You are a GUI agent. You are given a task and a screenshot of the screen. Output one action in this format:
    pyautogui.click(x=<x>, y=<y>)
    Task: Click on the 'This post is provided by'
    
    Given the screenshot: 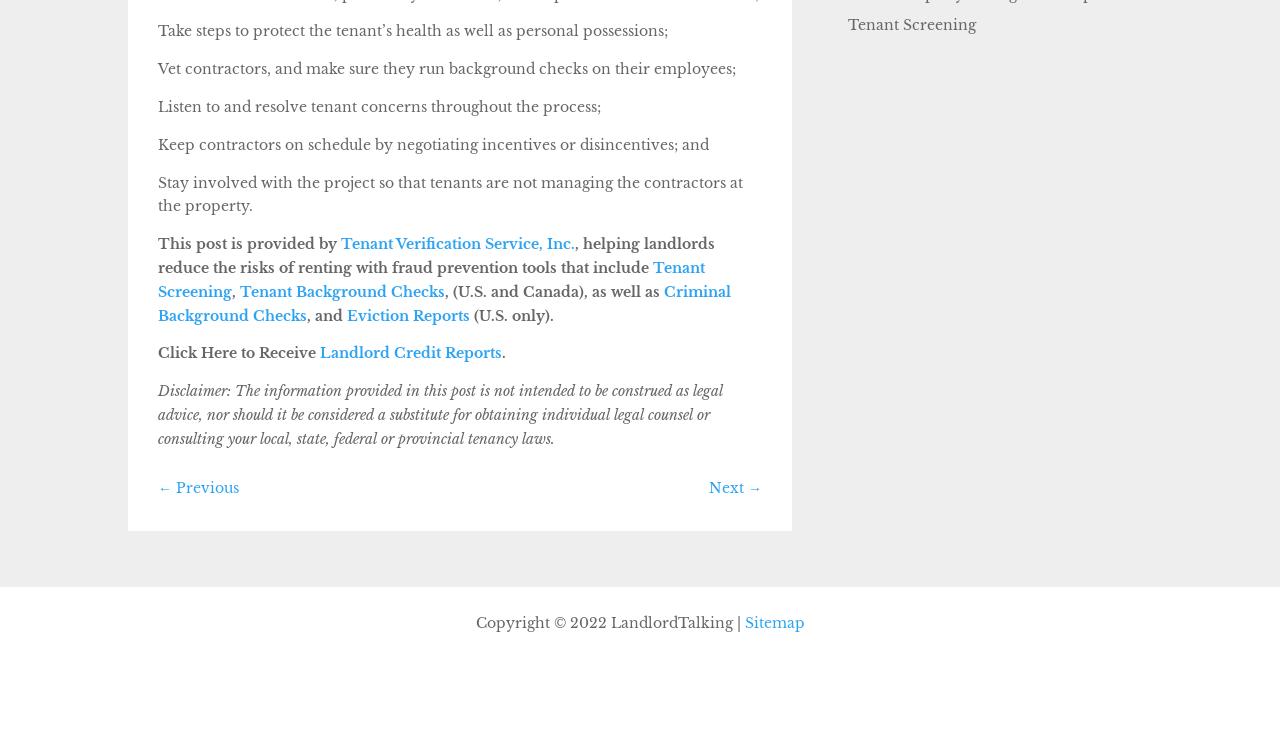 What is the action you would take?
    pyautogui.click(x=246, y=243)
    